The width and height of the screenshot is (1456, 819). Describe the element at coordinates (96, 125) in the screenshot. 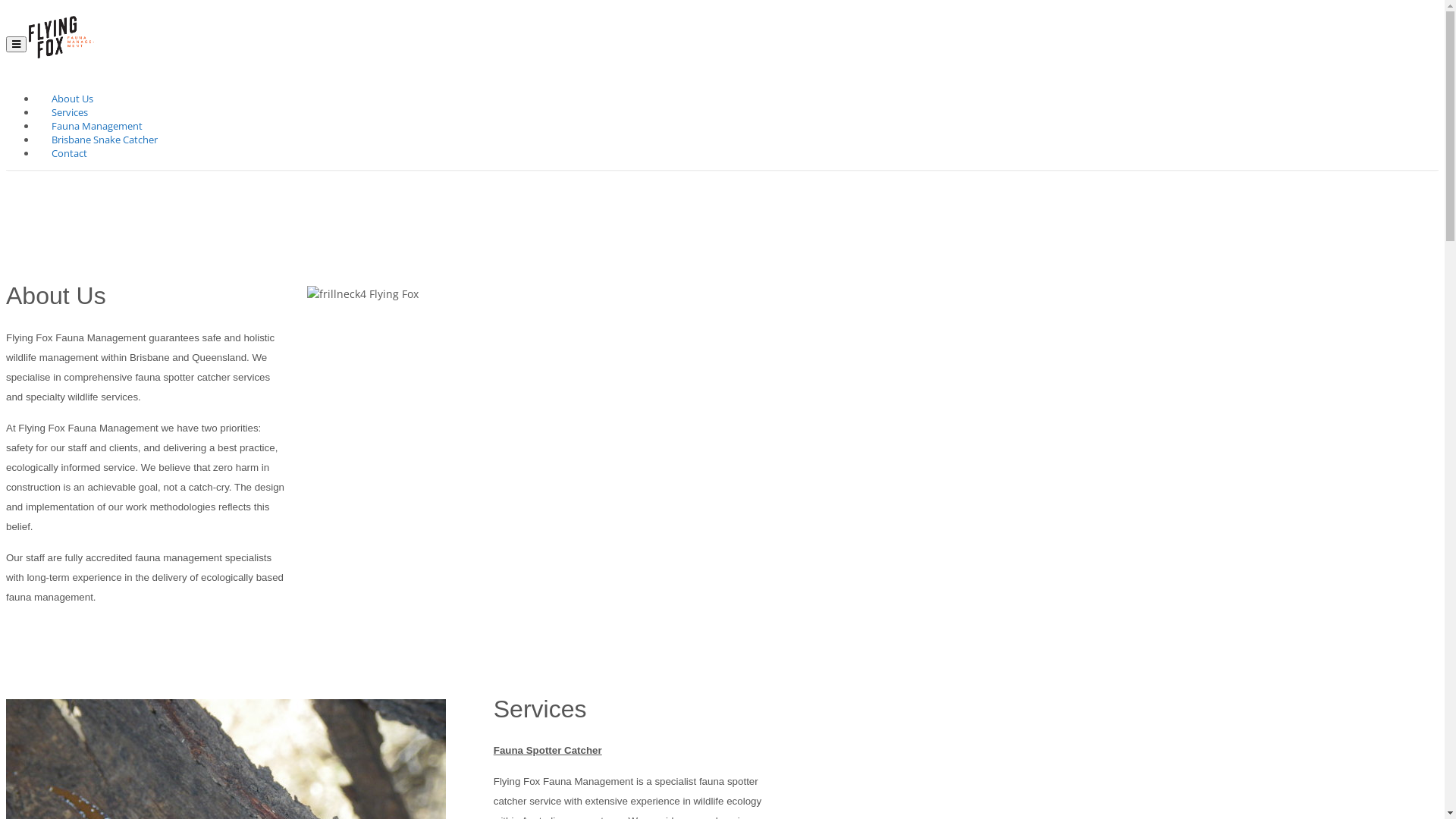

I see `'Fauna Management'` at that location.